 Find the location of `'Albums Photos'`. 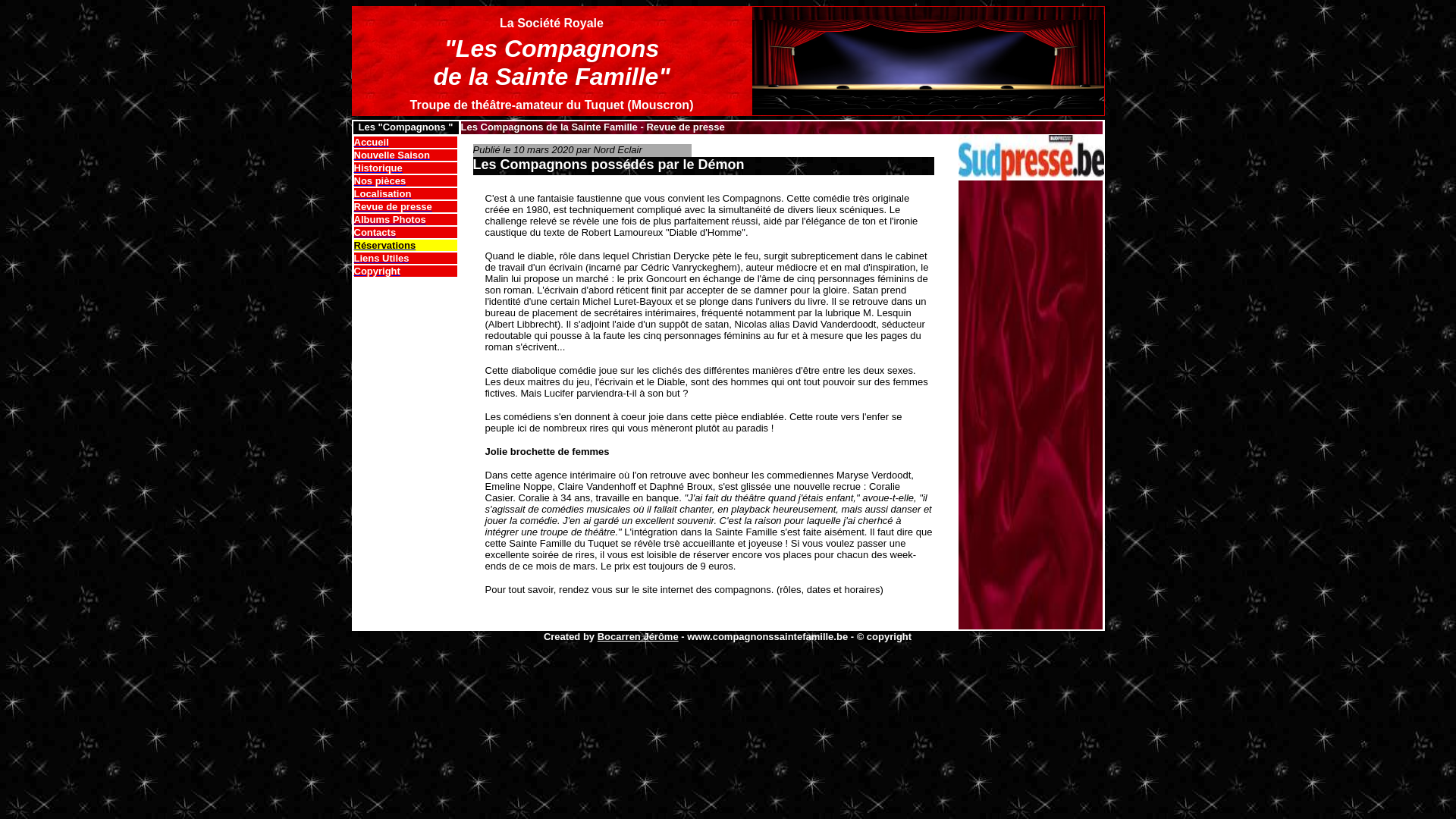

'Albums Photos' is located at coordinates (389, 218).